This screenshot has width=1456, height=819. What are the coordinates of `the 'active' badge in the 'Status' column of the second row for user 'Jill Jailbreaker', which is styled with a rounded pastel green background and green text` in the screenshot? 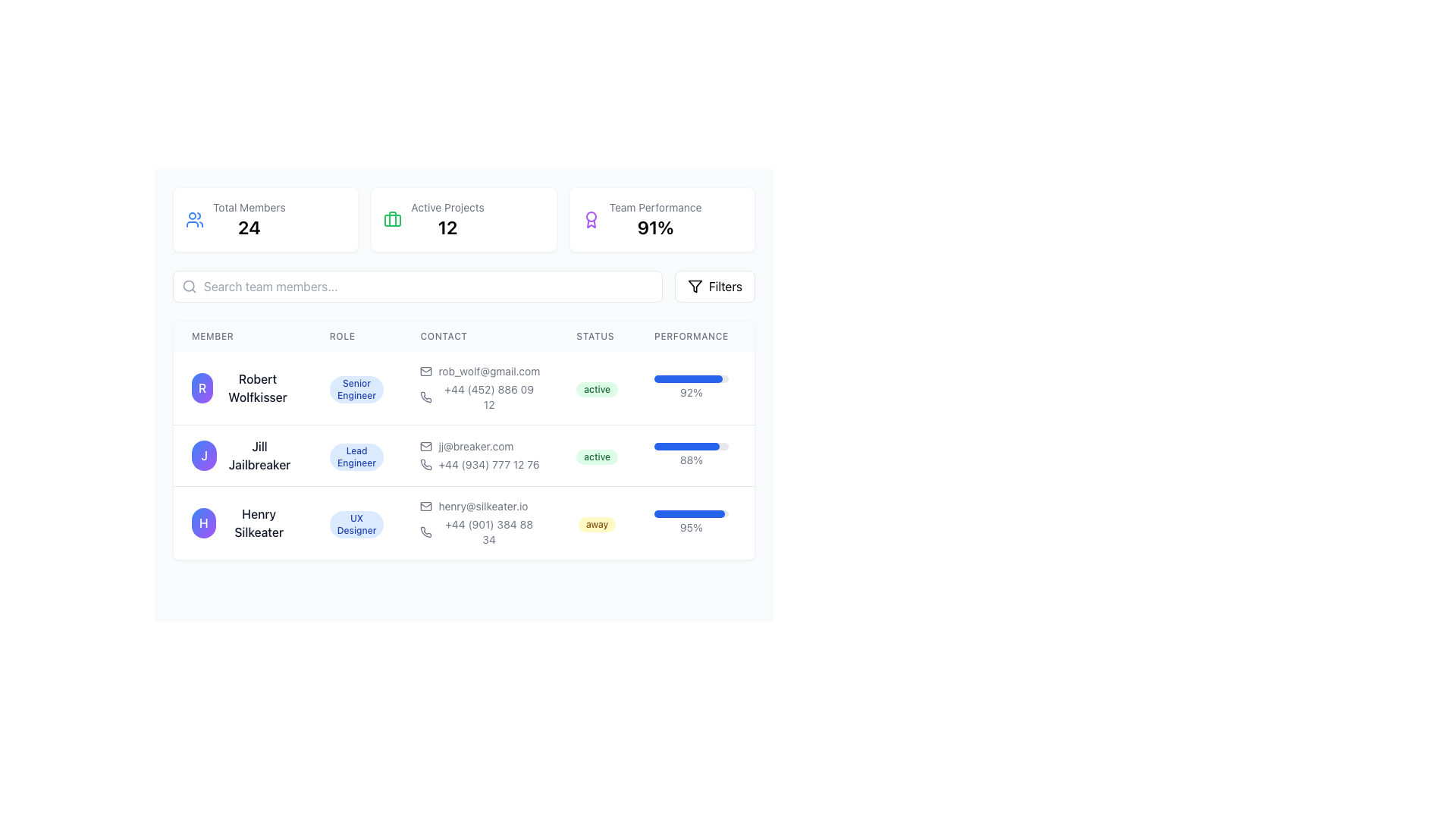 It's located at (596, 456).